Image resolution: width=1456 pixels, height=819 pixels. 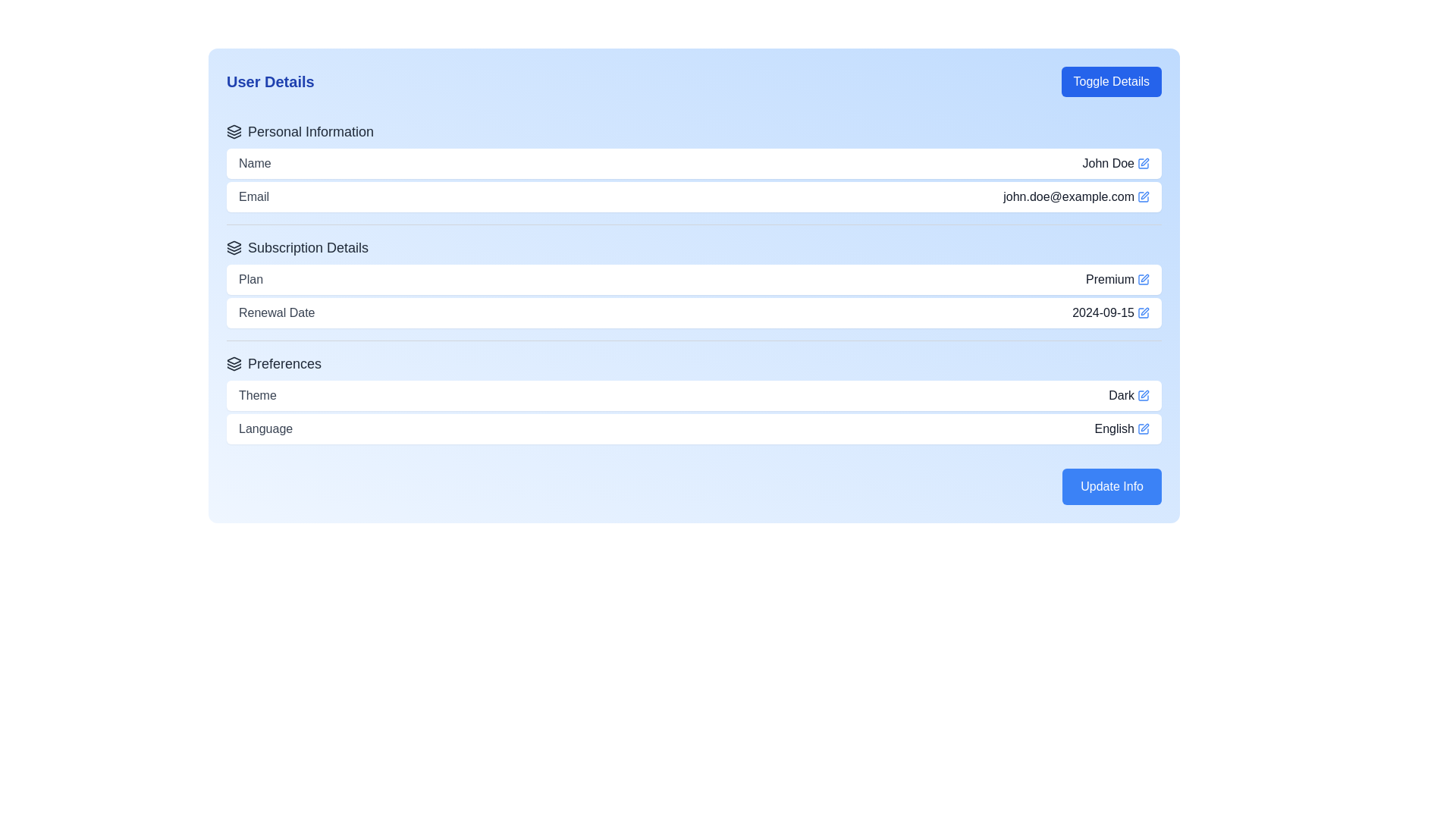 What do you see at coordinates (1116, 164) in the screenshot?
I see `the blue edit icon next to the text 'John Doe'` at bounding box center [1116, 164].